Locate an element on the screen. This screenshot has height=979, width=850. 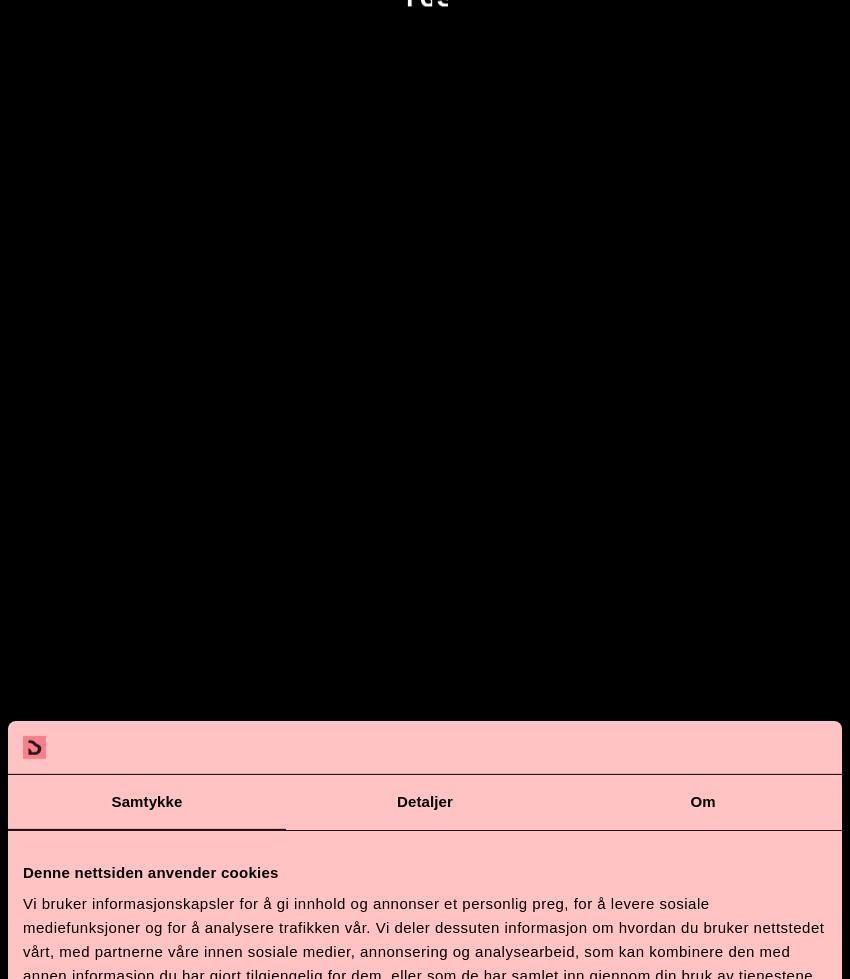
'Samtykke' is located at coordinates (146, 799).